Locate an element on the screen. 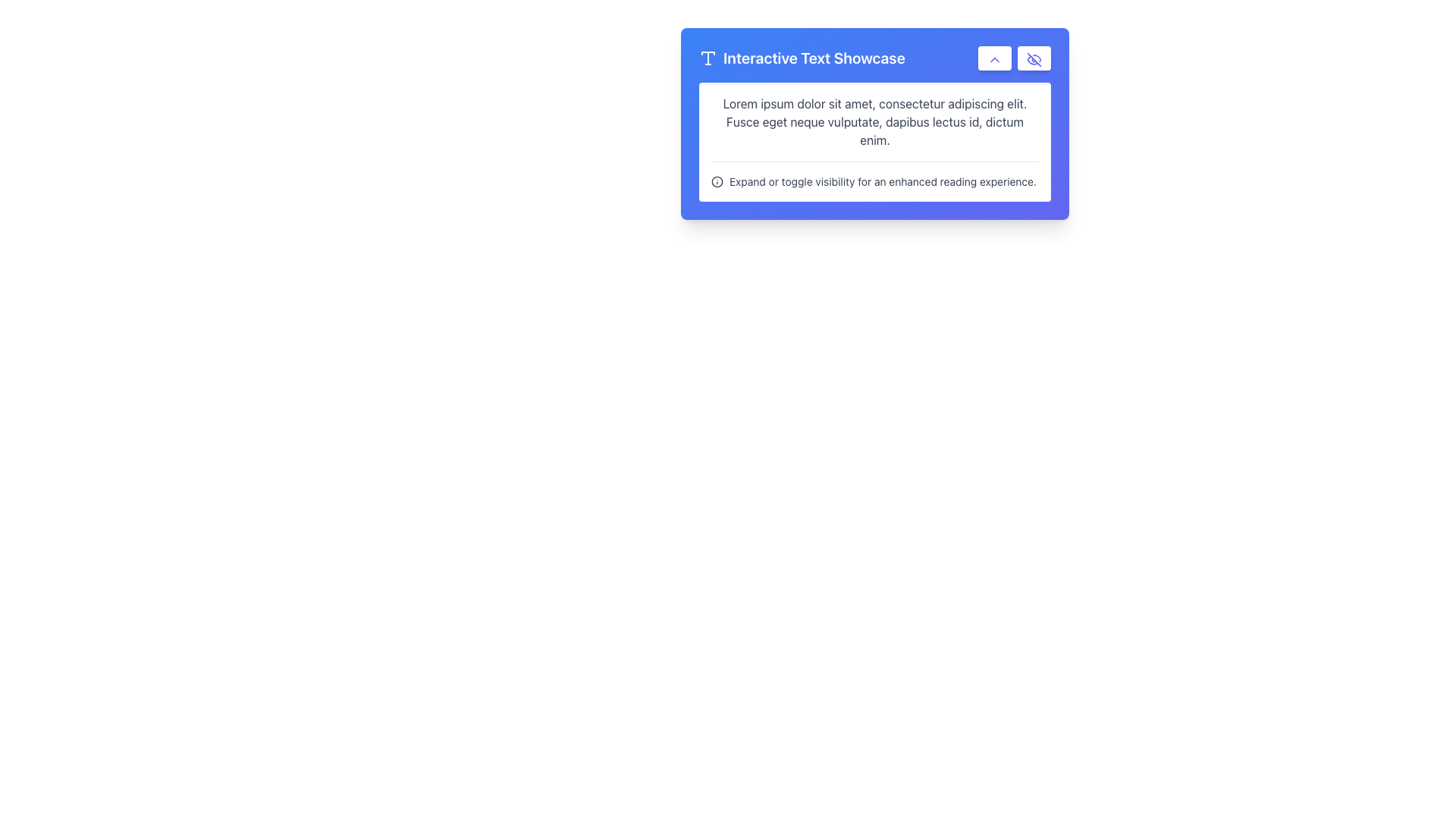 The image size is (1456, 819). the 'Interactive Text Showcase' element, which is a prominently styled text display in white against a blue background, located in the header section to the right of a 'T' icon is located at coordinates (813, 58).